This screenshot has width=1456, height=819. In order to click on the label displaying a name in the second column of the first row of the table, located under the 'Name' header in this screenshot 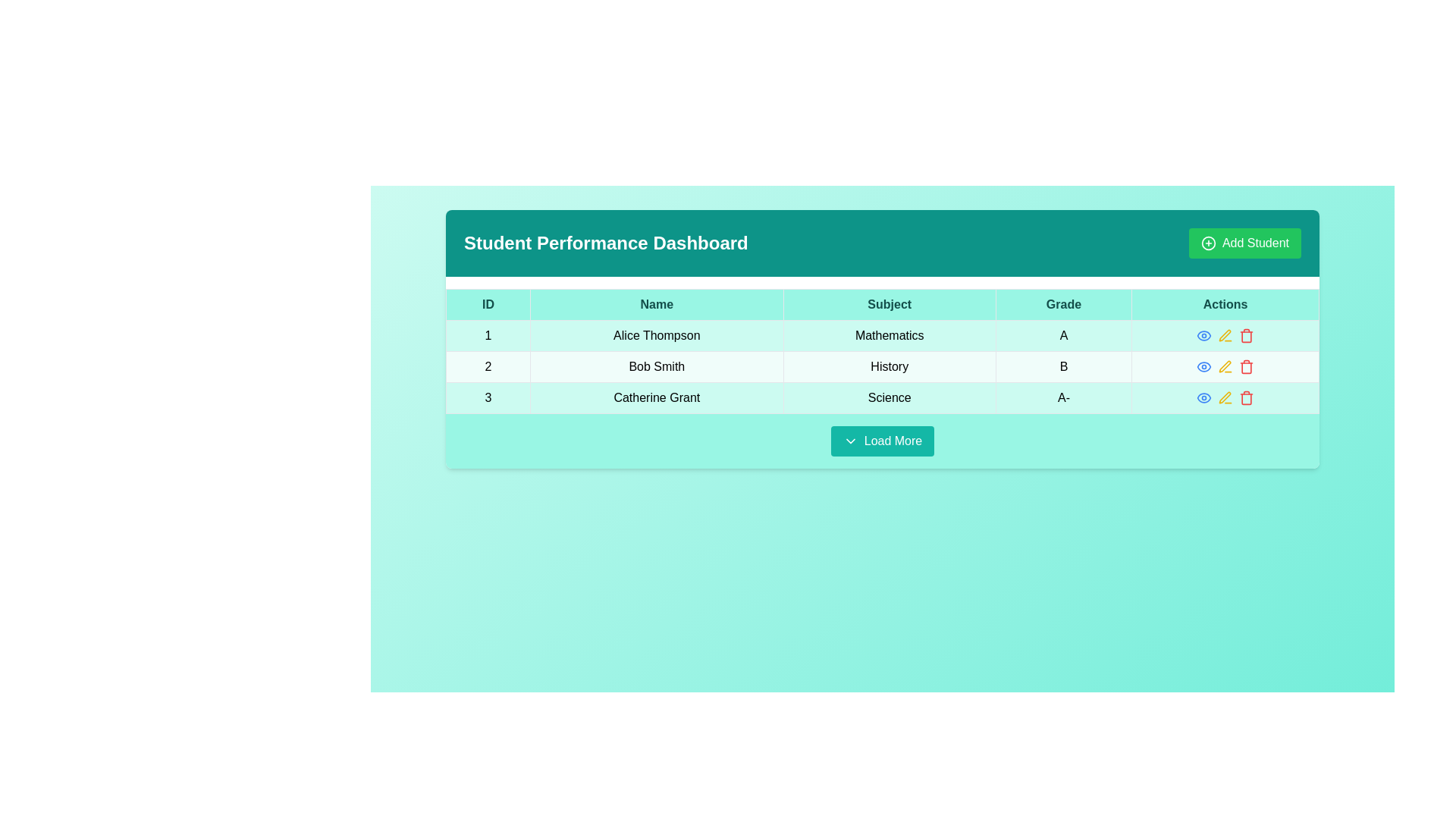, I will do `click(657, 335)`.